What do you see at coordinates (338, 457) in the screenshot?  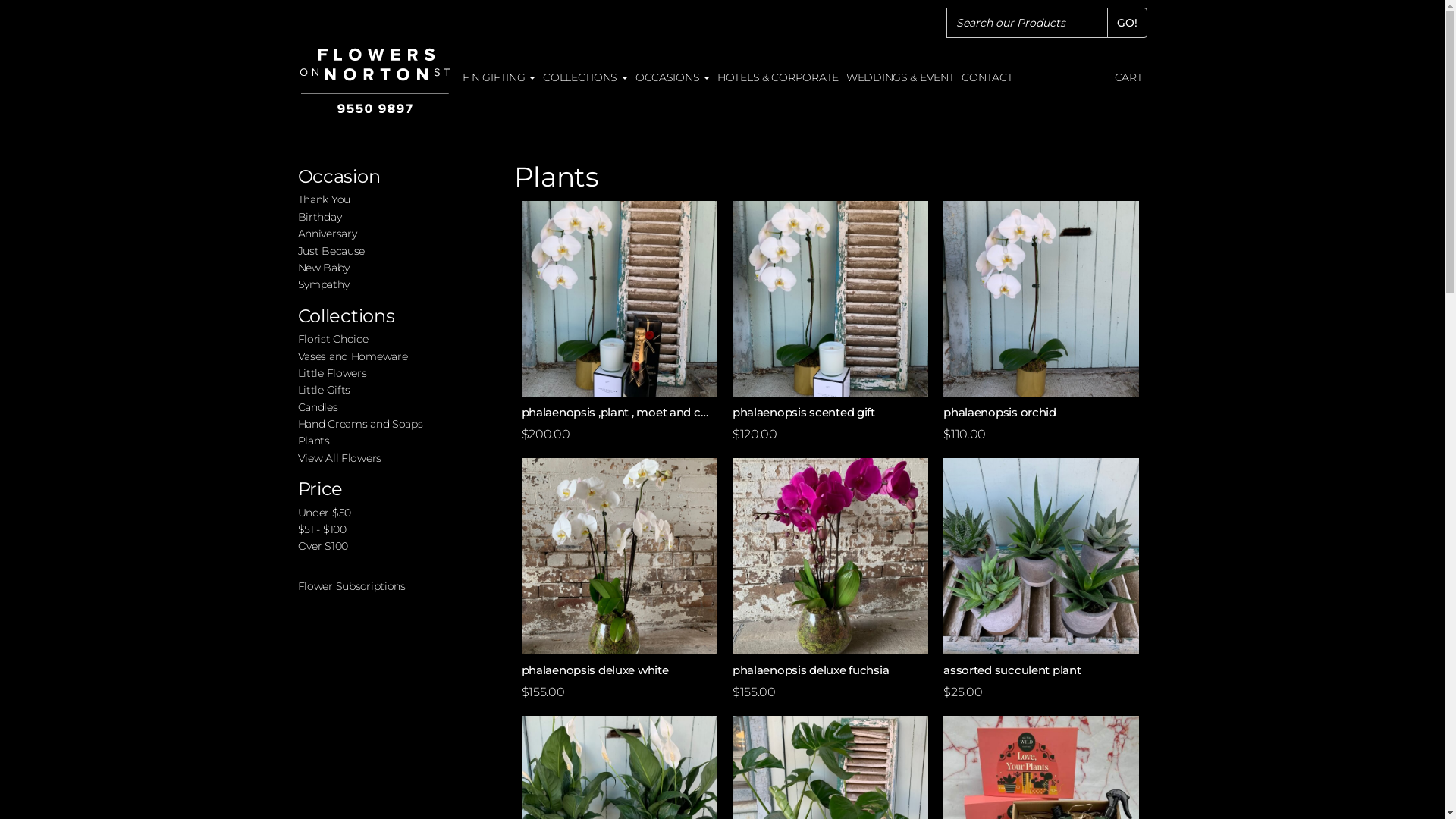 I see `'View All Flowers'` at bounding box center [338, 457].